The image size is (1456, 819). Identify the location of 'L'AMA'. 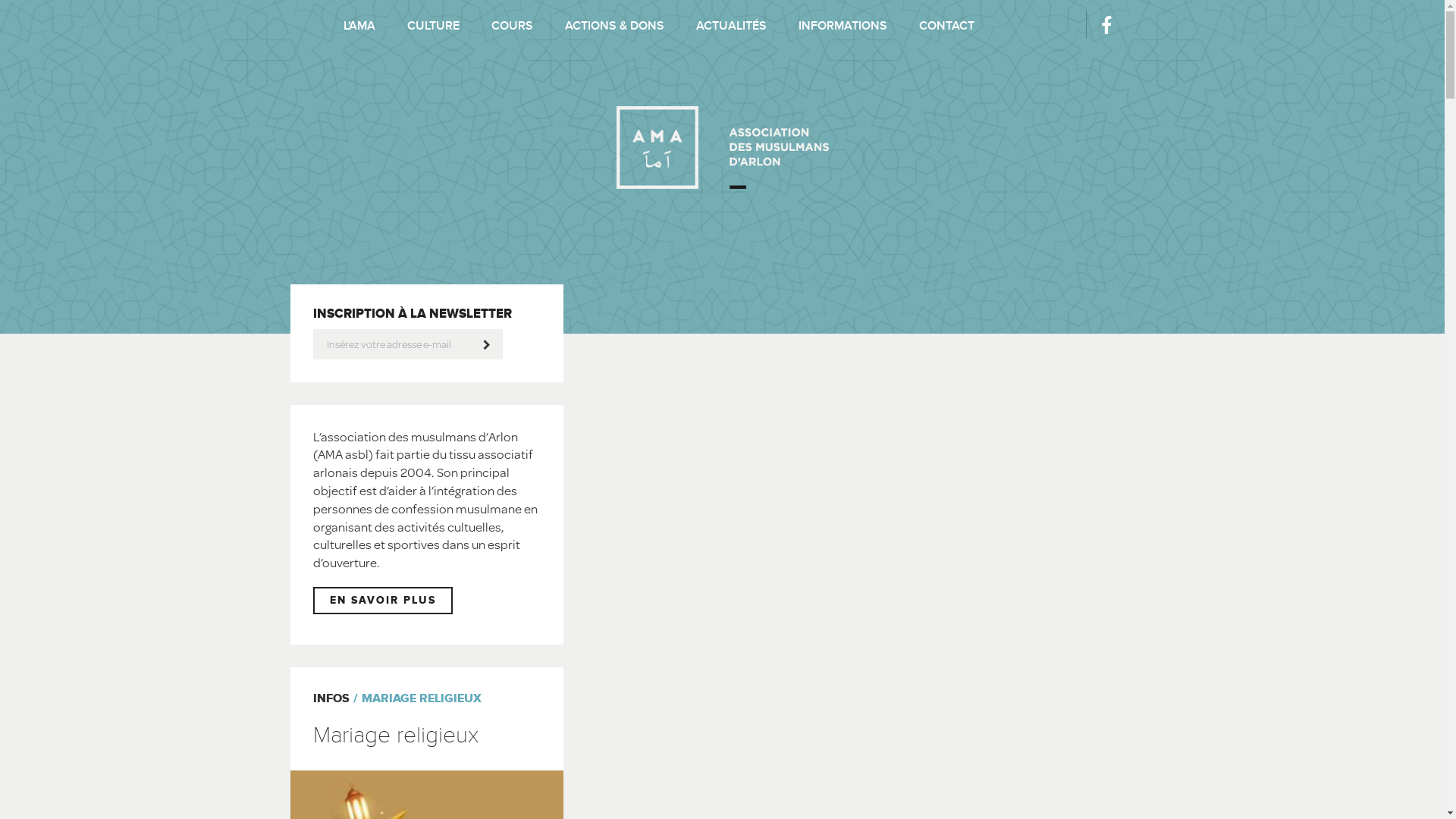
(358, 26).